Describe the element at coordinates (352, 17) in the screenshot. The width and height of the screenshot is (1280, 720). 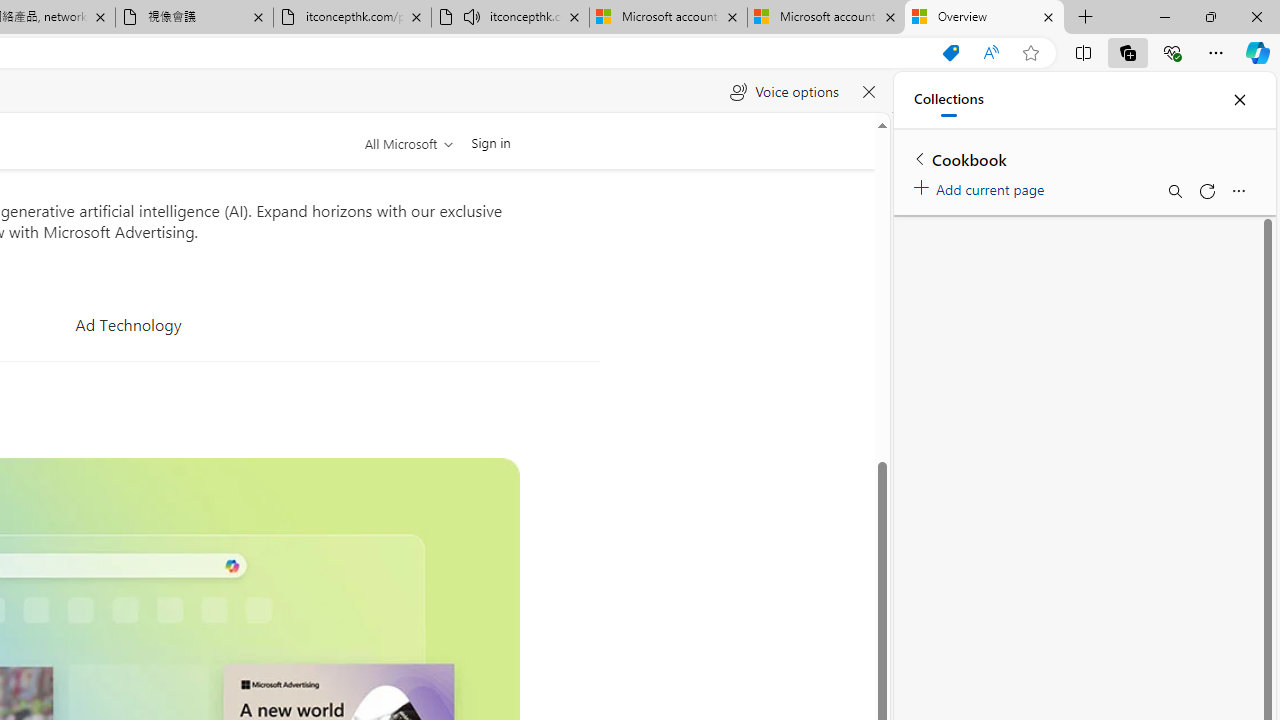
I see `'itconcepthk.com/projector_solutions.mp4'` at that location.